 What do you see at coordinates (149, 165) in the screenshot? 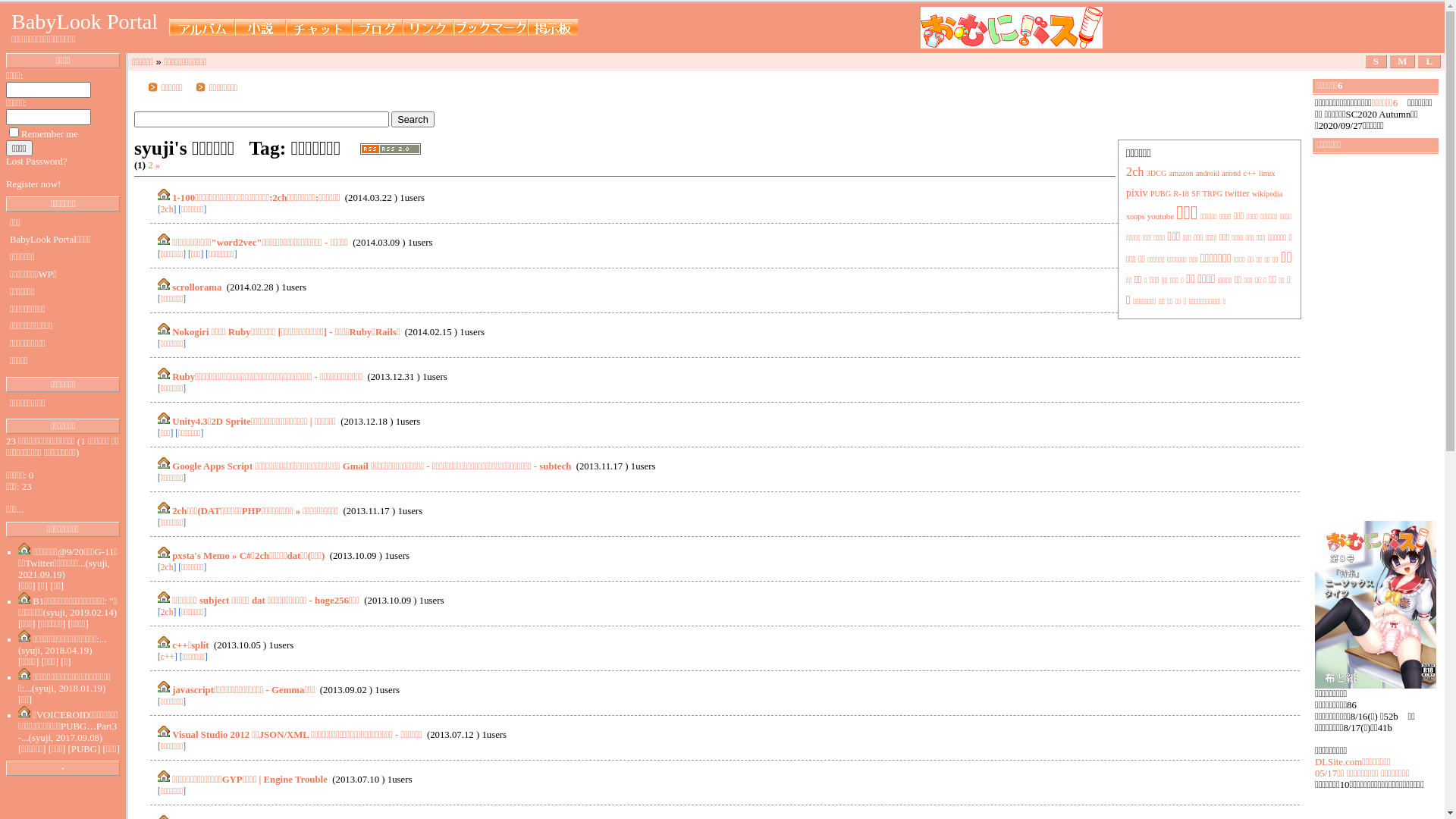
I see `'2'` at bounding box center [149, 165].